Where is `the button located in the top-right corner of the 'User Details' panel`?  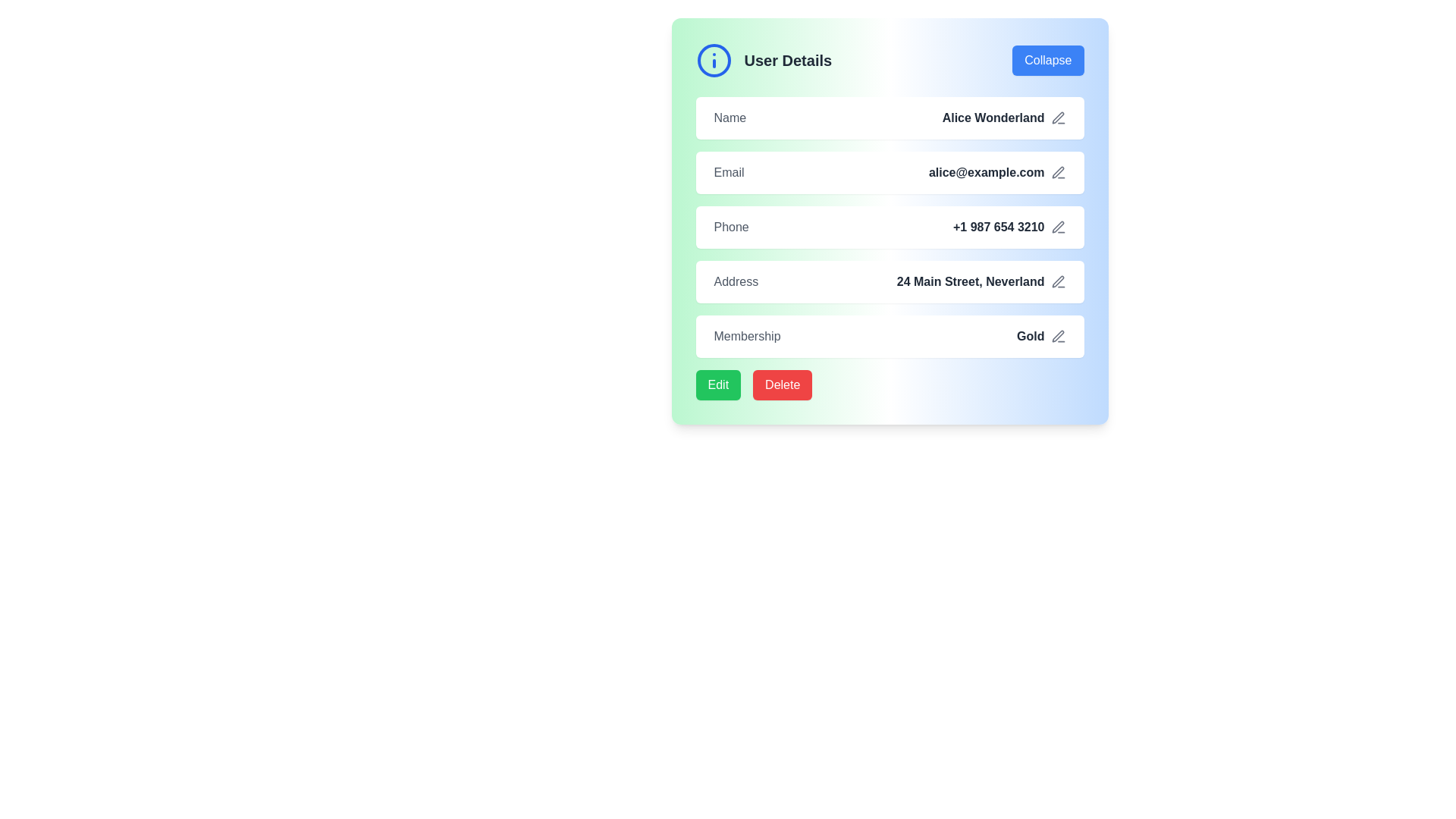
the button located in the top-right corner of the 'User Details' panel is located at coordinates (1047, 60).